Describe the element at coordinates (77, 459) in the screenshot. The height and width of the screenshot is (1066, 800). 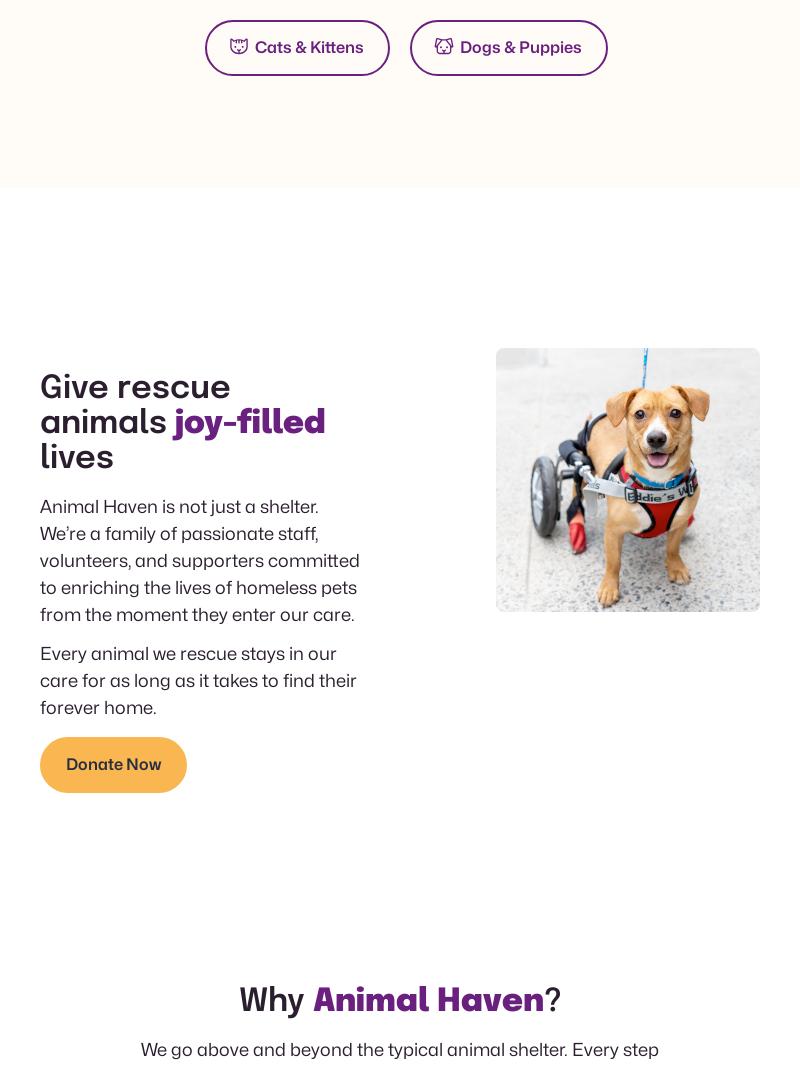
I see `'lives'` at that location.